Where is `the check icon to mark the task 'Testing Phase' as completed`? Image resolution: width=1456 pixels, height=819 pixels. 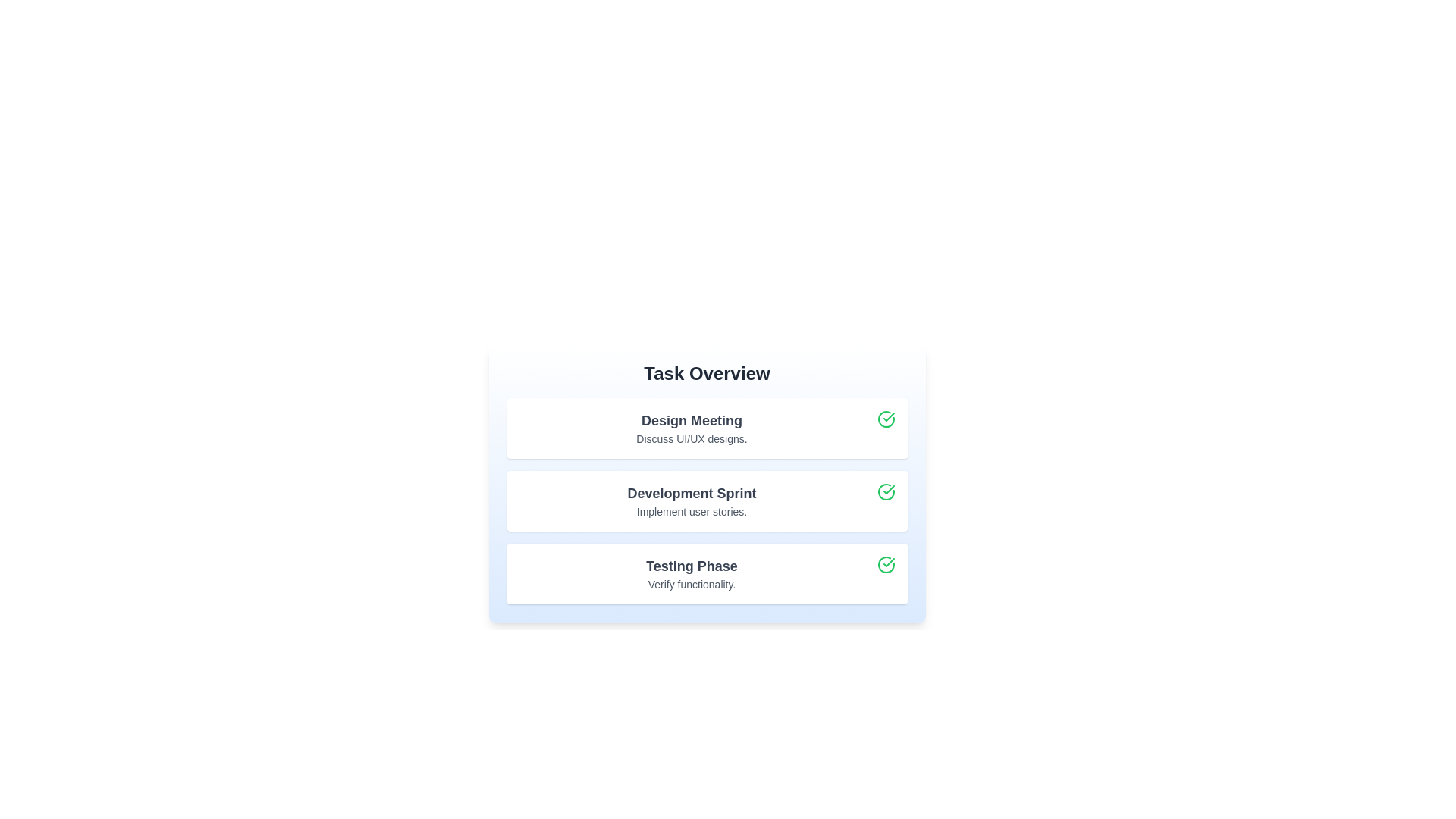
the check icon to mark the task 'Testing Phase' as completed is located at coordinates (886, 564).